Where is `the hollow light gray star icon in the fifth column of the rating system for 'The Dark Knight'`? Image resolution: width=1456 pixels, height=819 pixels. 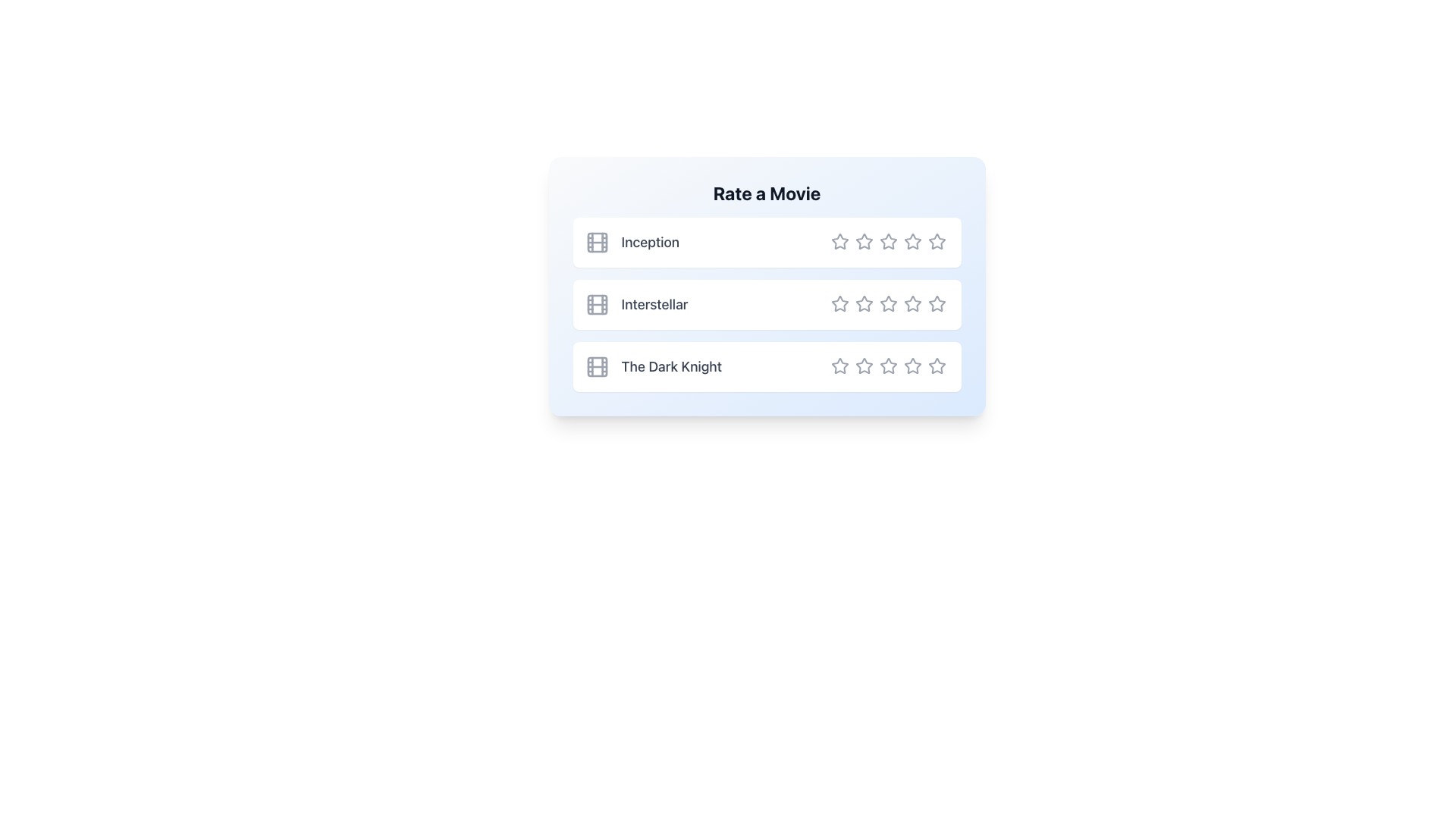 the hollow light gray star icon in the fifth column of the rating system for 'The Dark Knight' is located at coordinates (912, 366).